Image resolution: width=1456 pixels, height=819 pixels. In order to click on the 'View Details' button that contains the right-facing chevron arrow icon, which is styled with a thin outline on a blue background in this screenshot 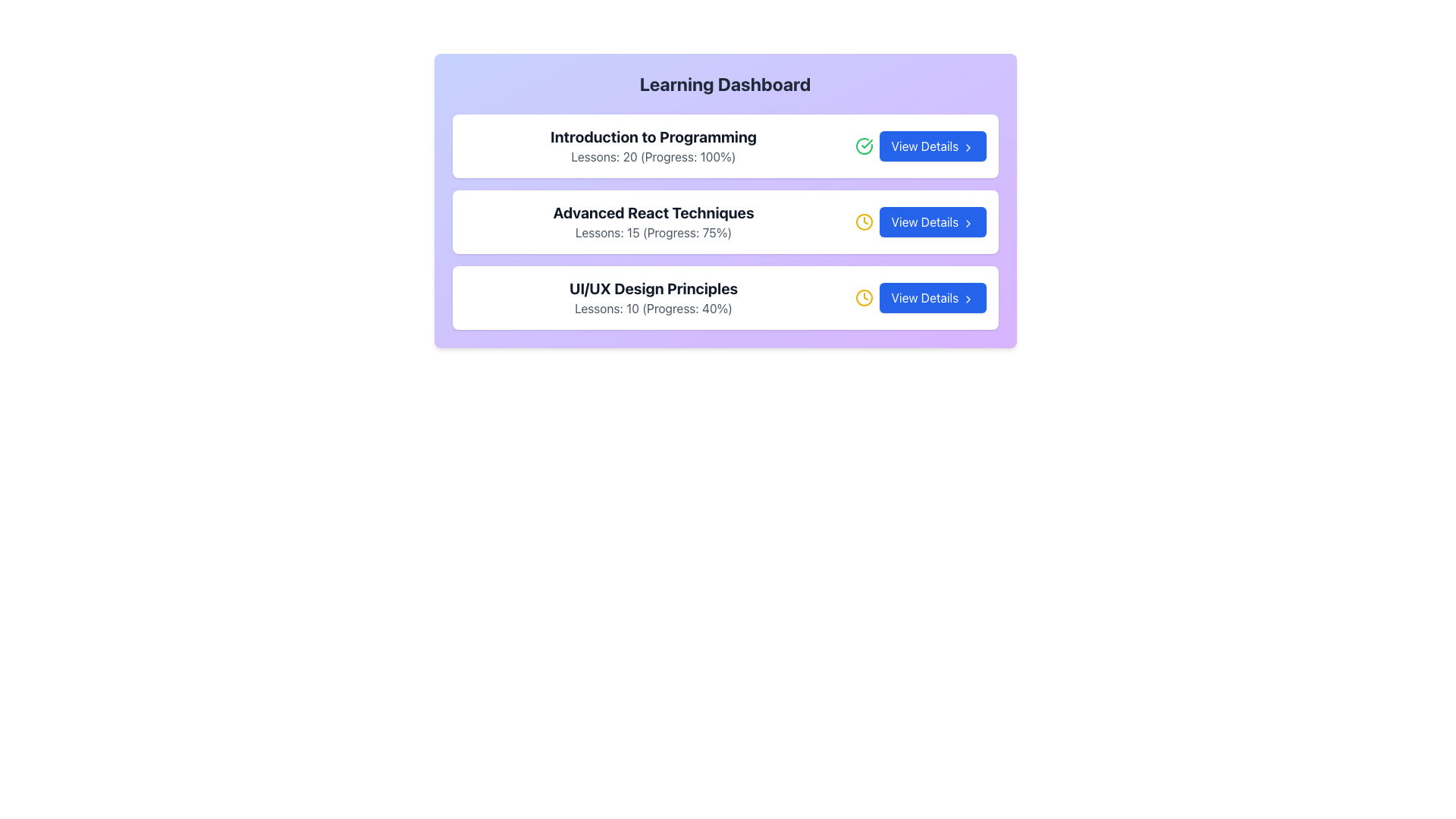, I will do `click(967, 299)`.